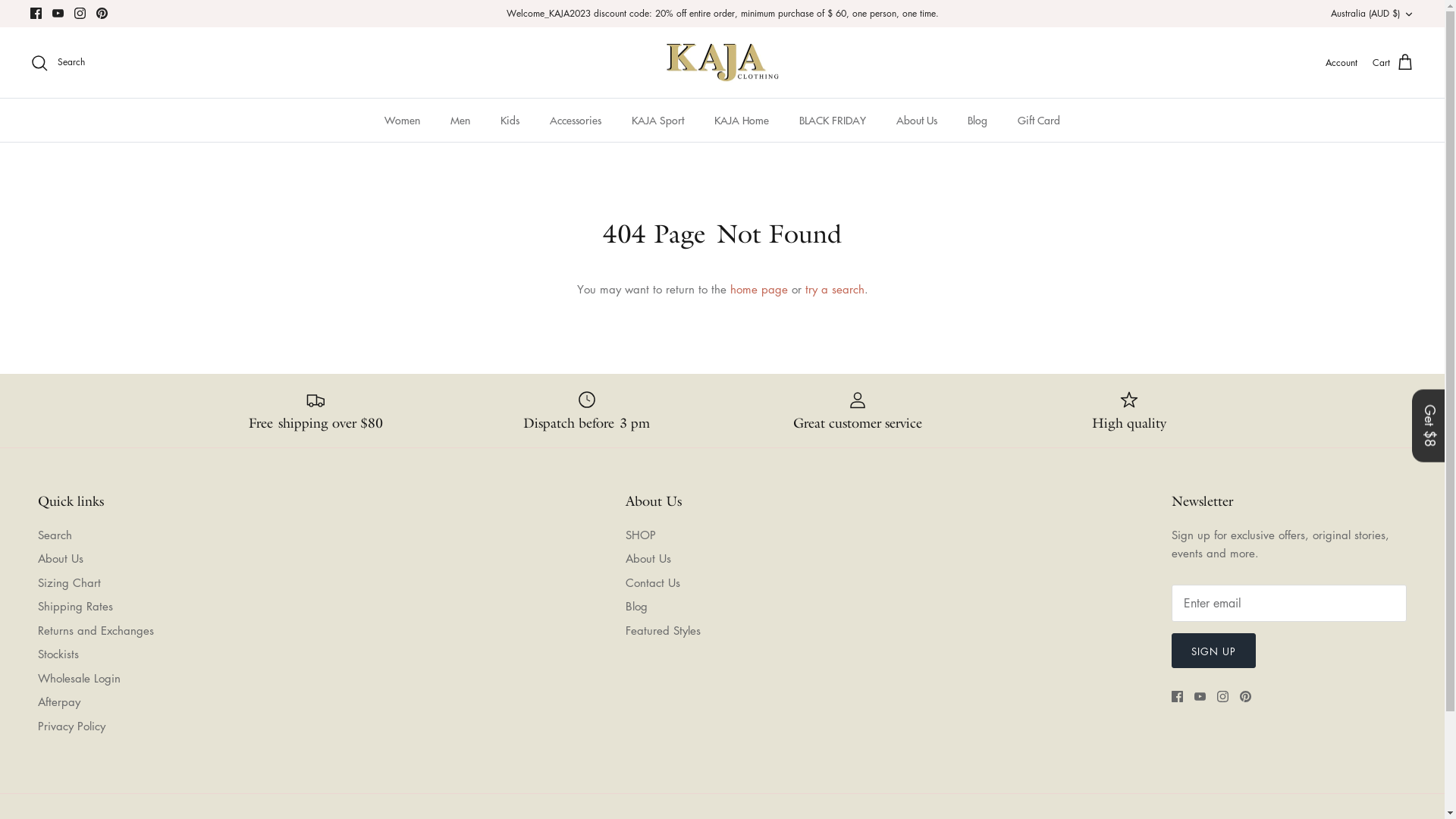  Describe the element at coordinates (758, 289) in the screenshot. I see `'home page'` at that location.